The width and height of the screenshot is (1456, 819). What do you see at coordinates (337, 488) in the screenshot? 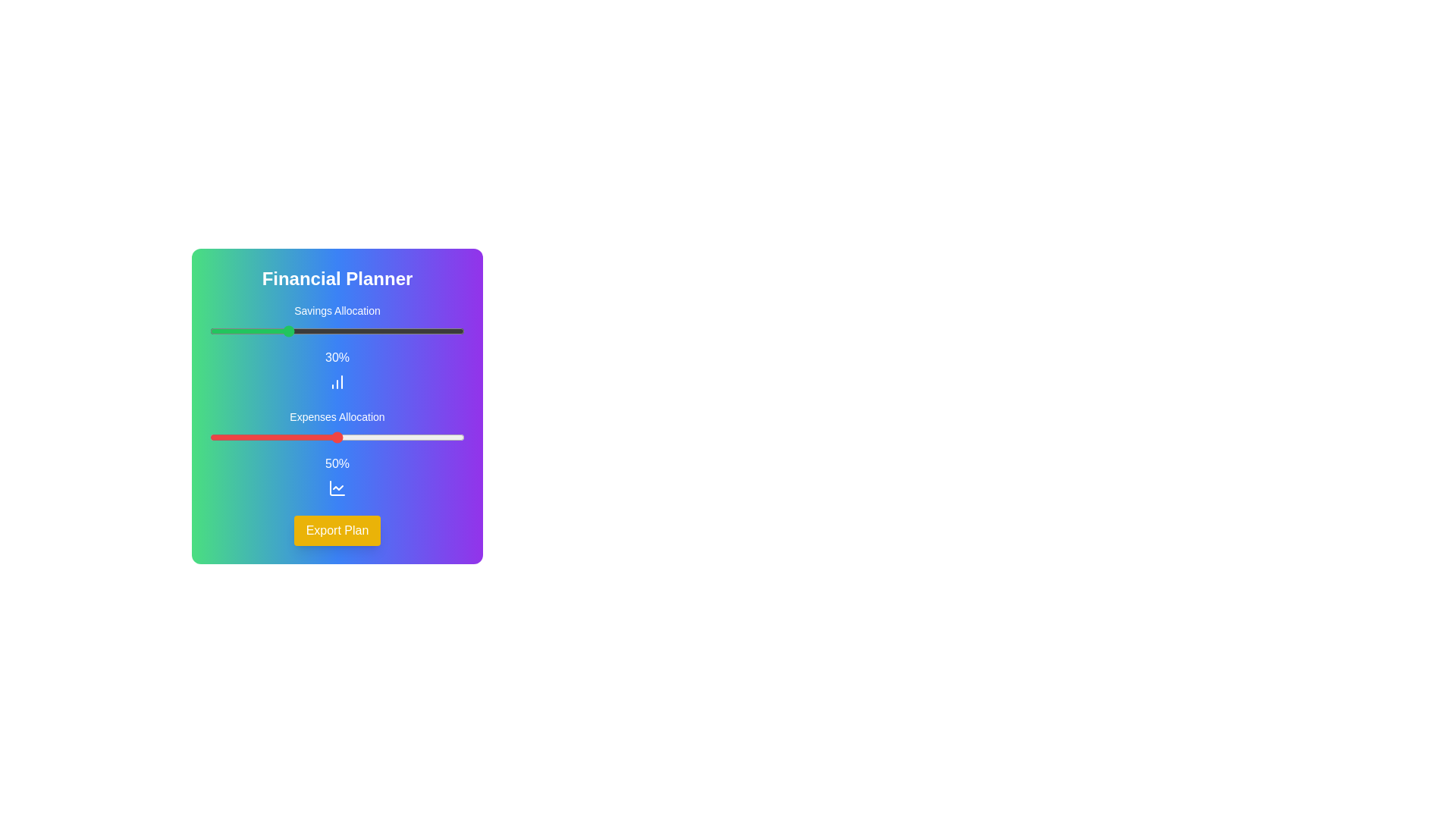
I see `the graphical representation of financial data located in the lower section of the 'Financial Planner' widget, just above the text indicating '50%'` at bounding box center [337, 488].